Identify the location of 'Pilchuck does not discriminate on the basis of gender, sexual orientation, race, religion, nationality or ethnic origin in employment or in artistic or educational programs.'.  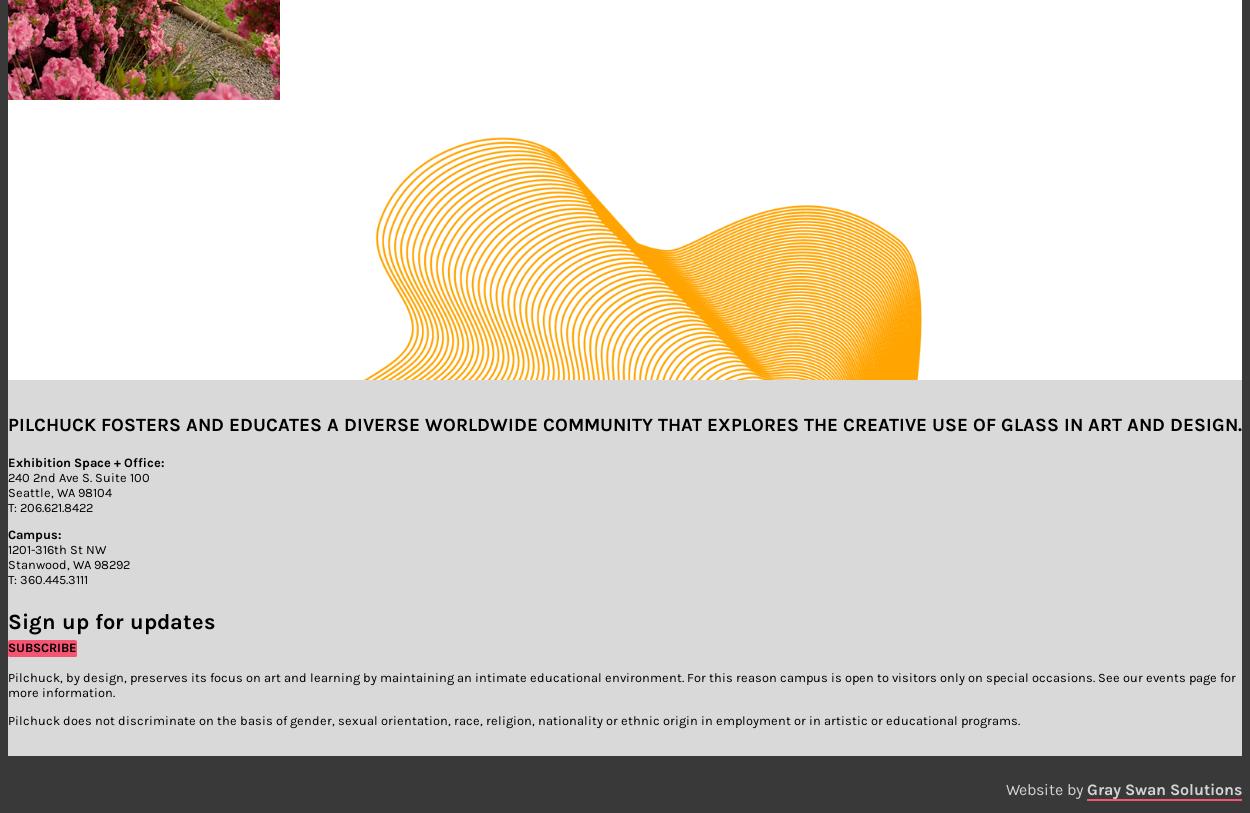
(514, 719).